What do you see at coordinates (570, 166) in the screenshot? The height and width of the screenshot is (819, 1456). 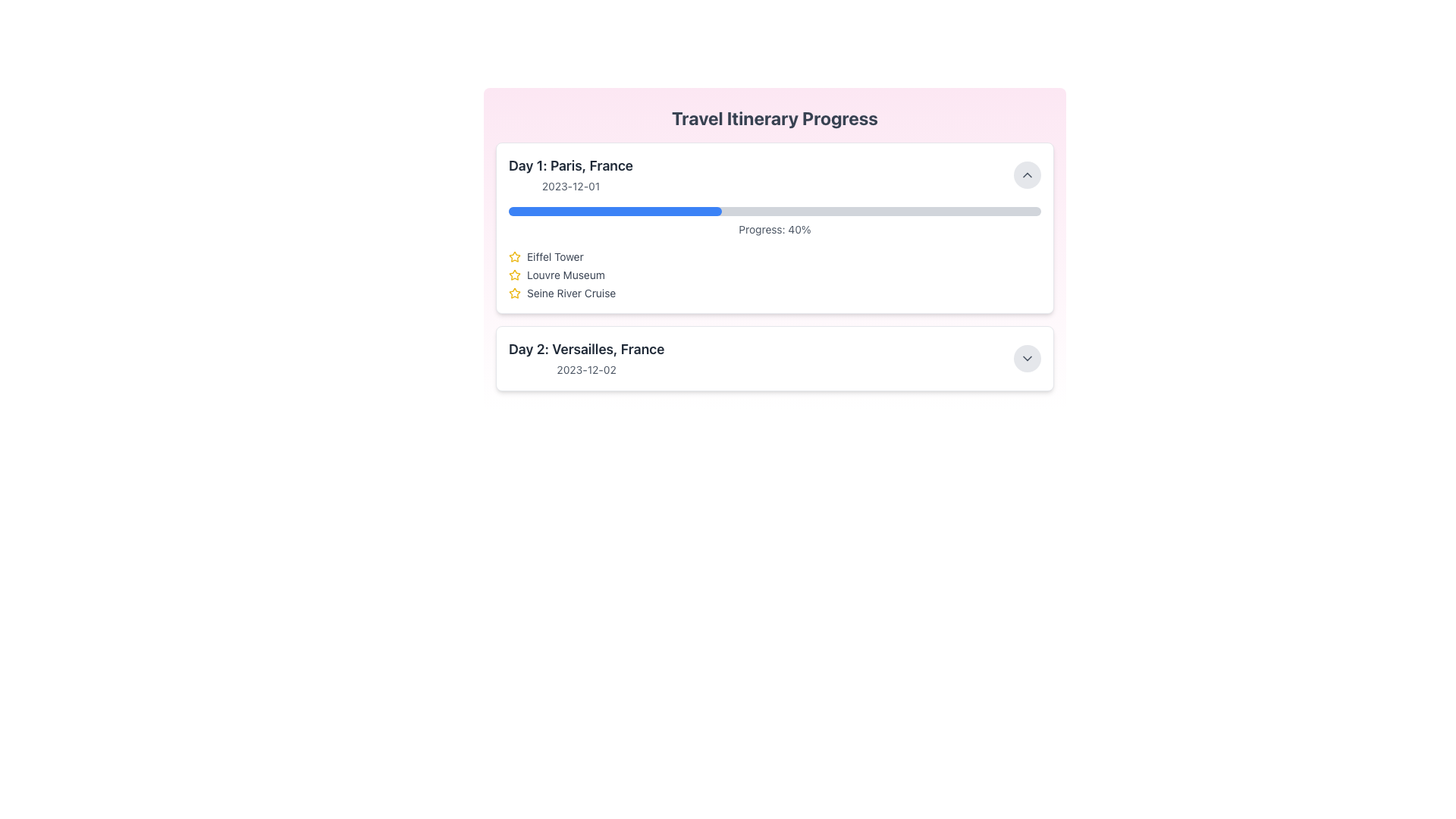 I see `text content of the header Text Label that describes 'Day 1: Paris, France' in the upper-left area of the travel itinerary card` at bounding box center [570, 166].